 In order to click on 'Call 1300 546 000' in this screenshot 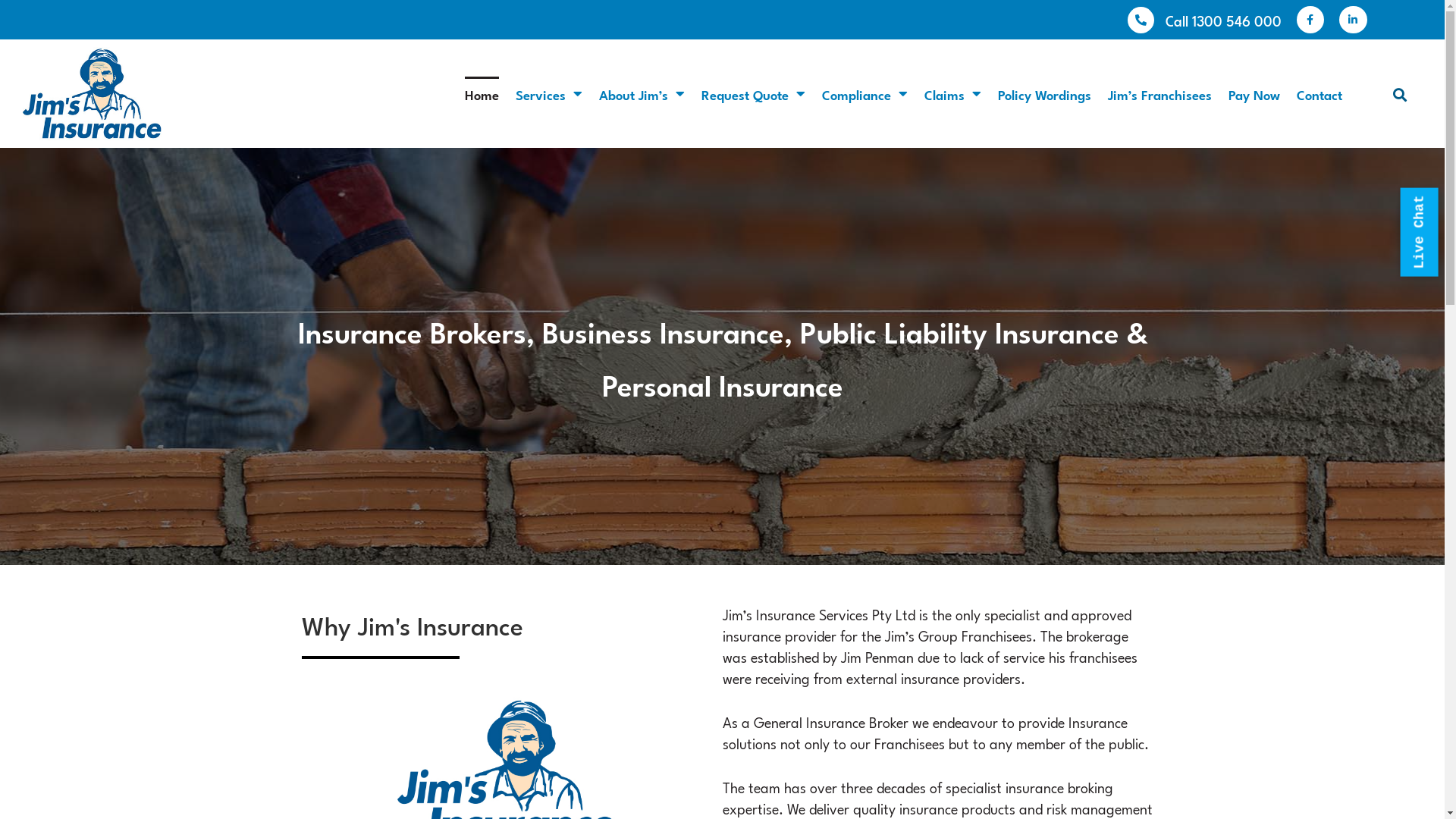, I will do `click(1164, 20)`.